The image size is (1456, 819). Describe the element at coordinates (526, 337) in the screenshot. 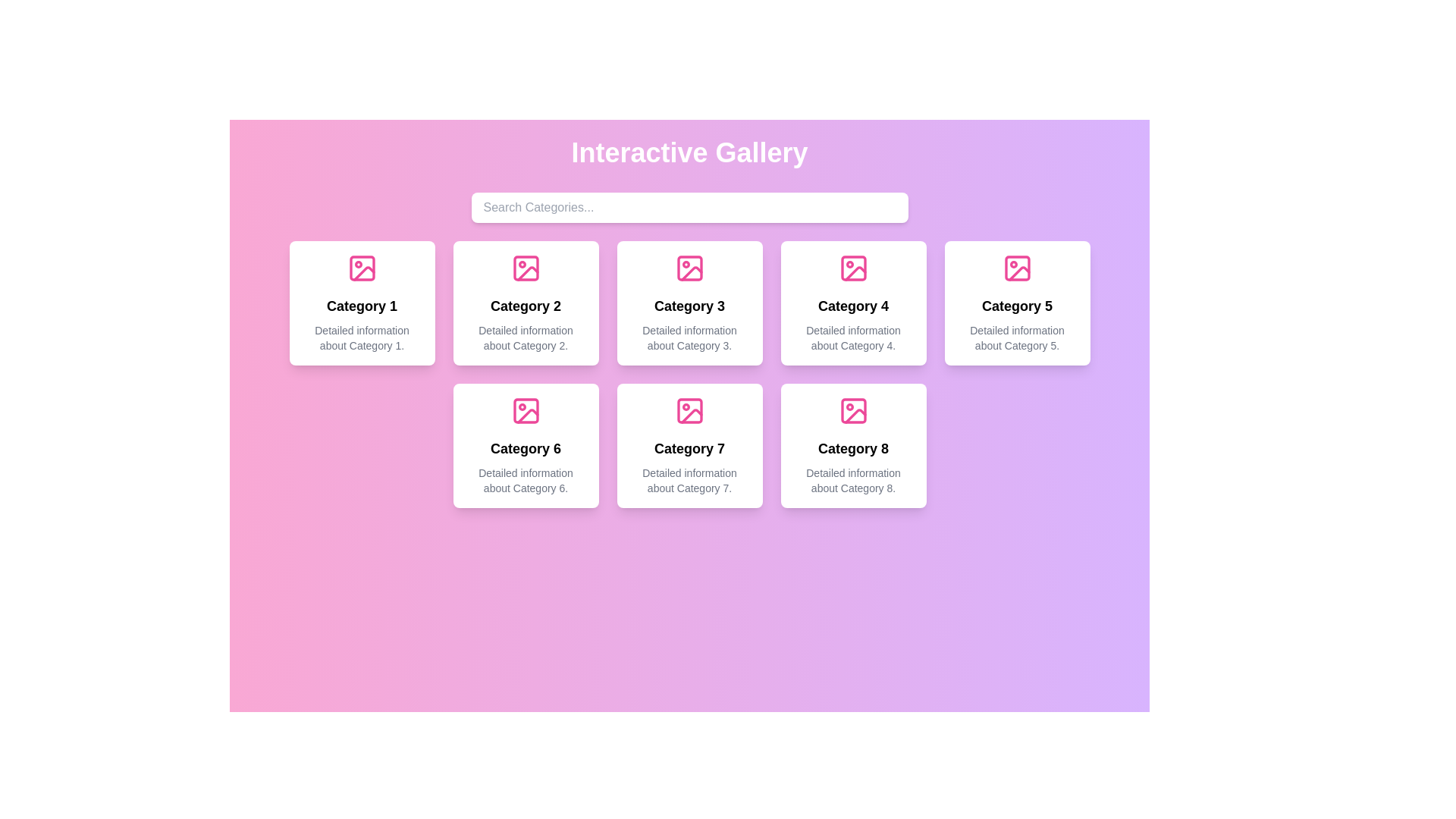

I see `static text element that provides additional information about 'Category 2', located below the title and above the bottom edge of the card in the second column of the first row` at that location.